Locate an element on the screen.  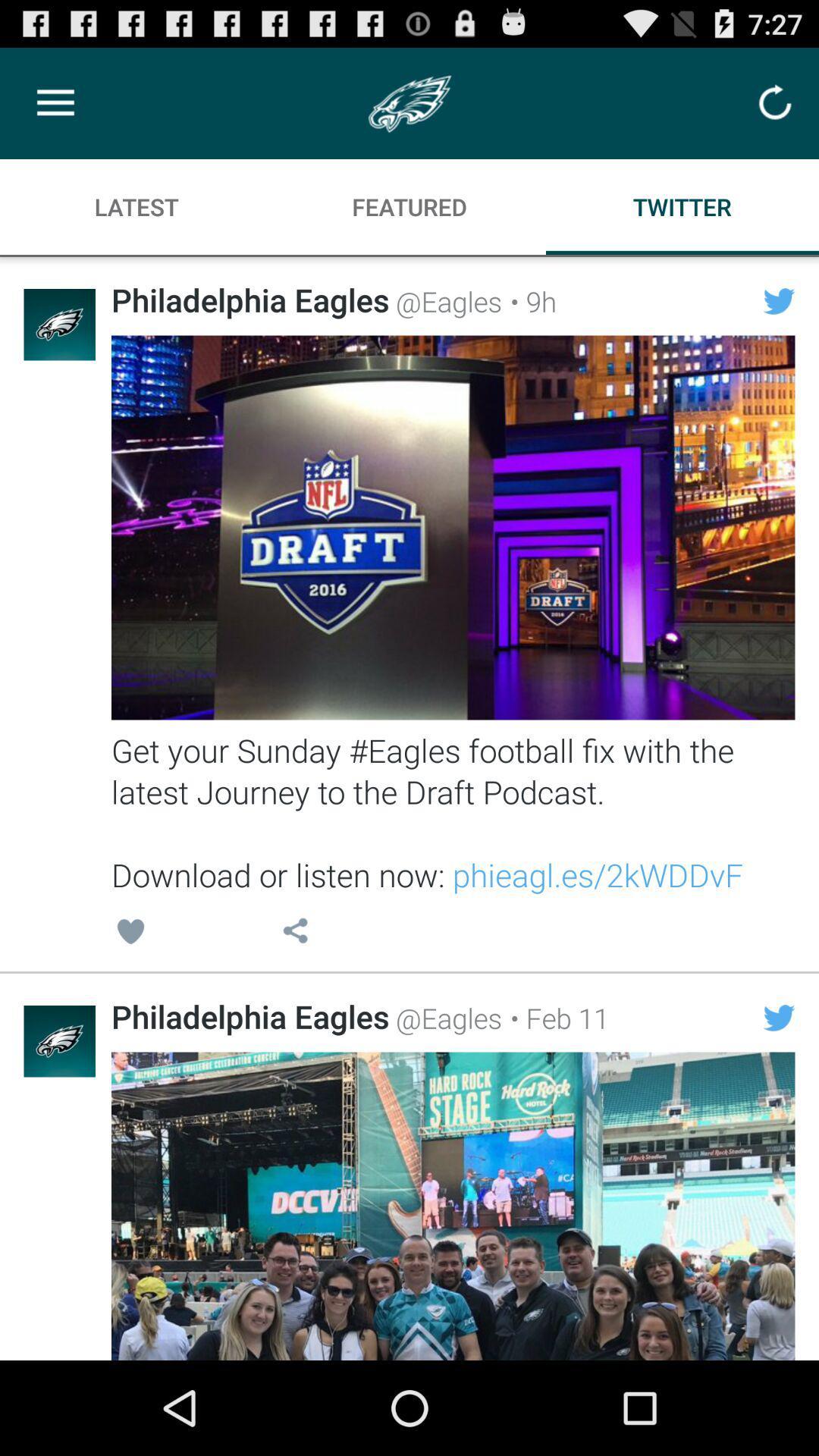
item to the right of @eagles is located at coordinates (555, 1018).